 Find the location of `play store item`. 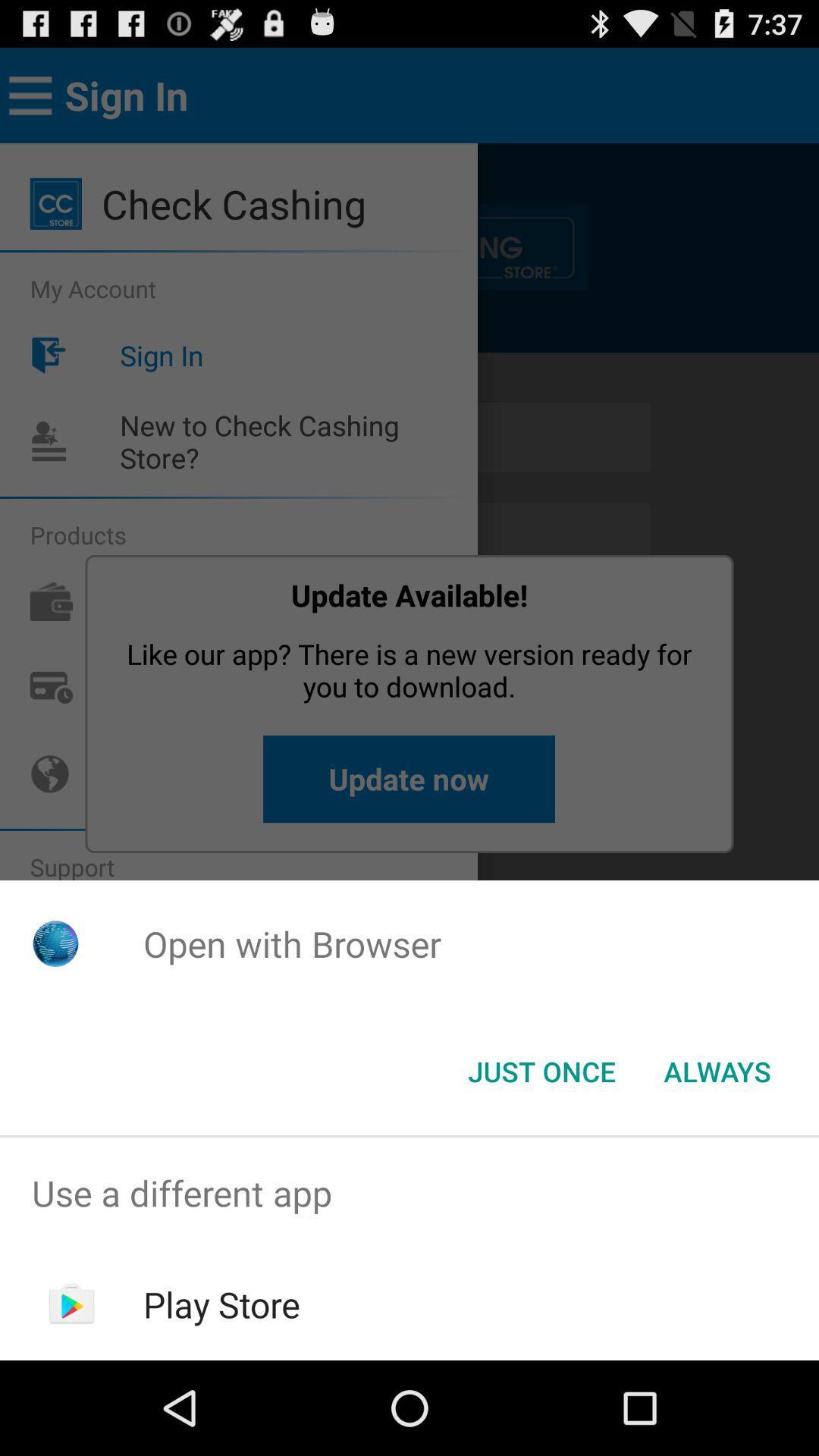

play store item is located at coordinates (221, 1304).